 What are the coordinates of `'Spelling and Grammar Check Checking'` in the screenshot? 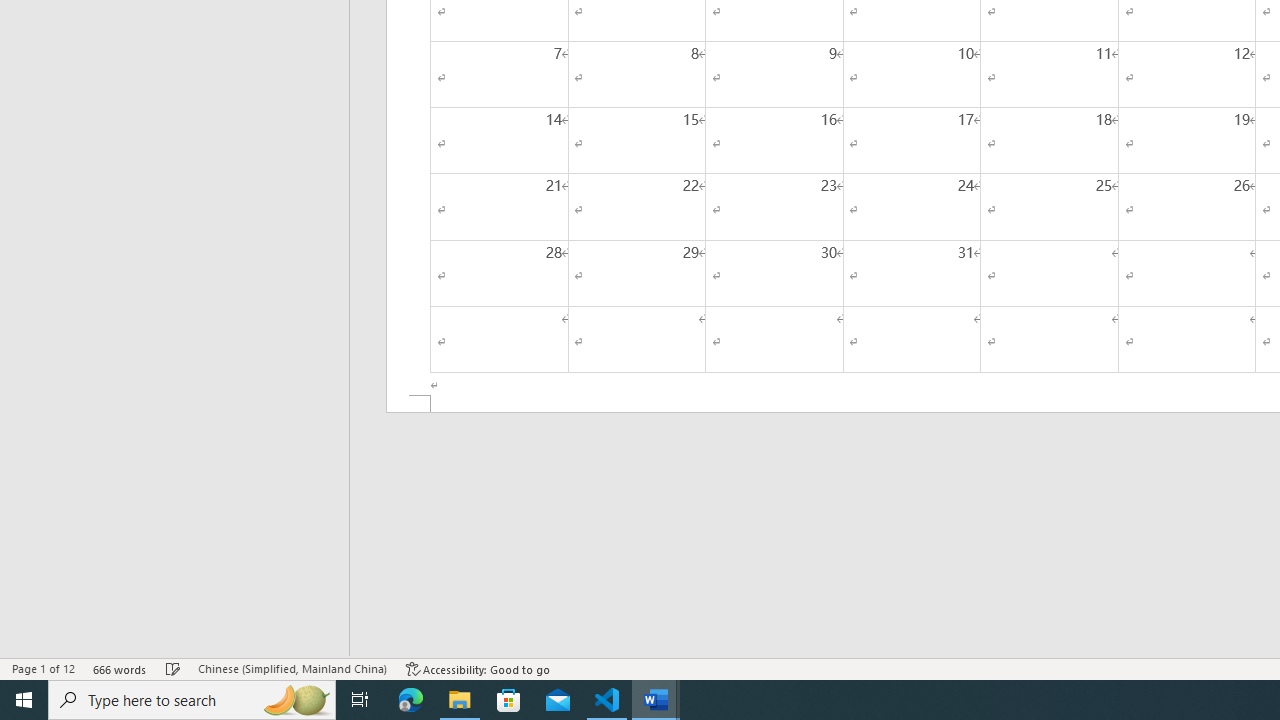 It's located at (173, 669).